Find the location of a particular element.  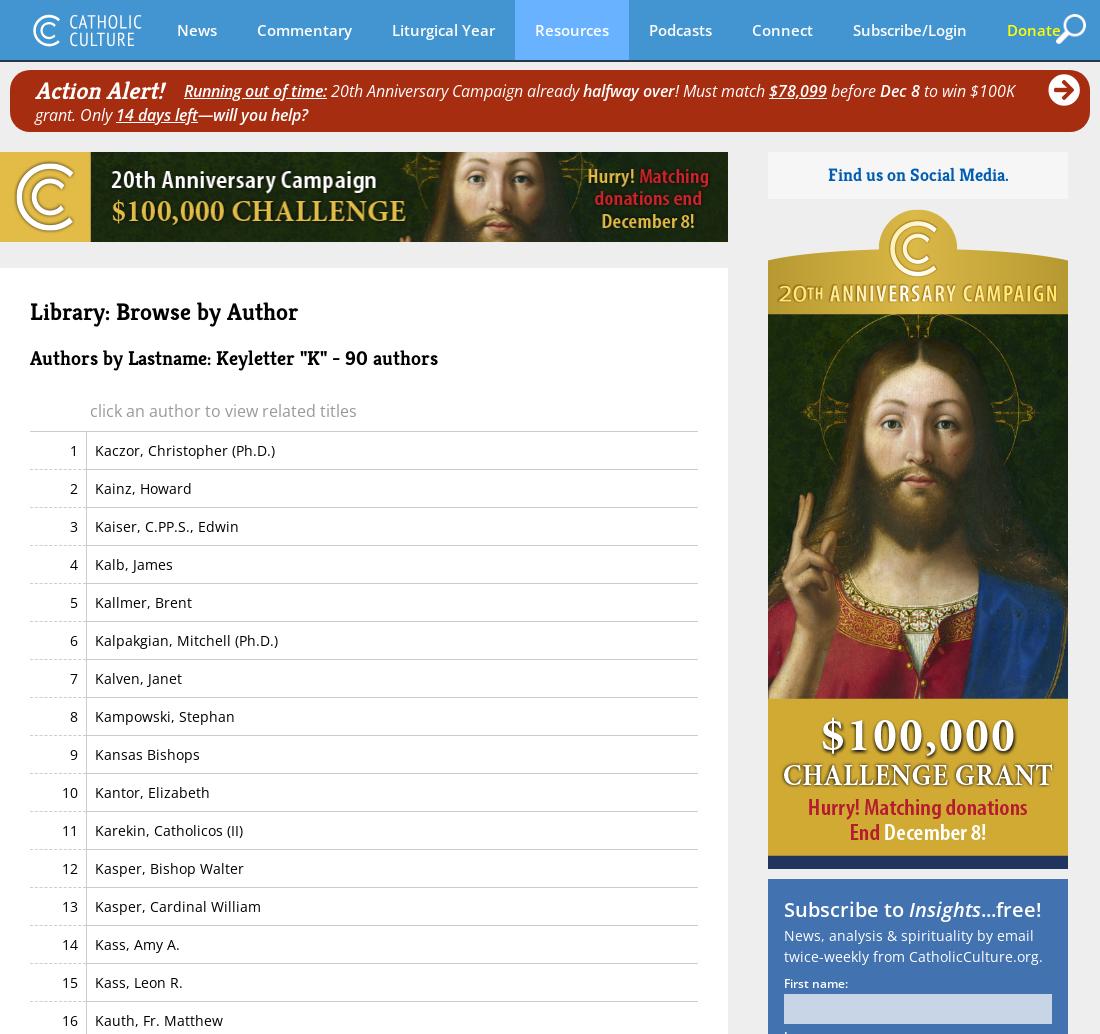

'Kaiser, C.PP.S., Edwin' is located at coordinates (165, 525).